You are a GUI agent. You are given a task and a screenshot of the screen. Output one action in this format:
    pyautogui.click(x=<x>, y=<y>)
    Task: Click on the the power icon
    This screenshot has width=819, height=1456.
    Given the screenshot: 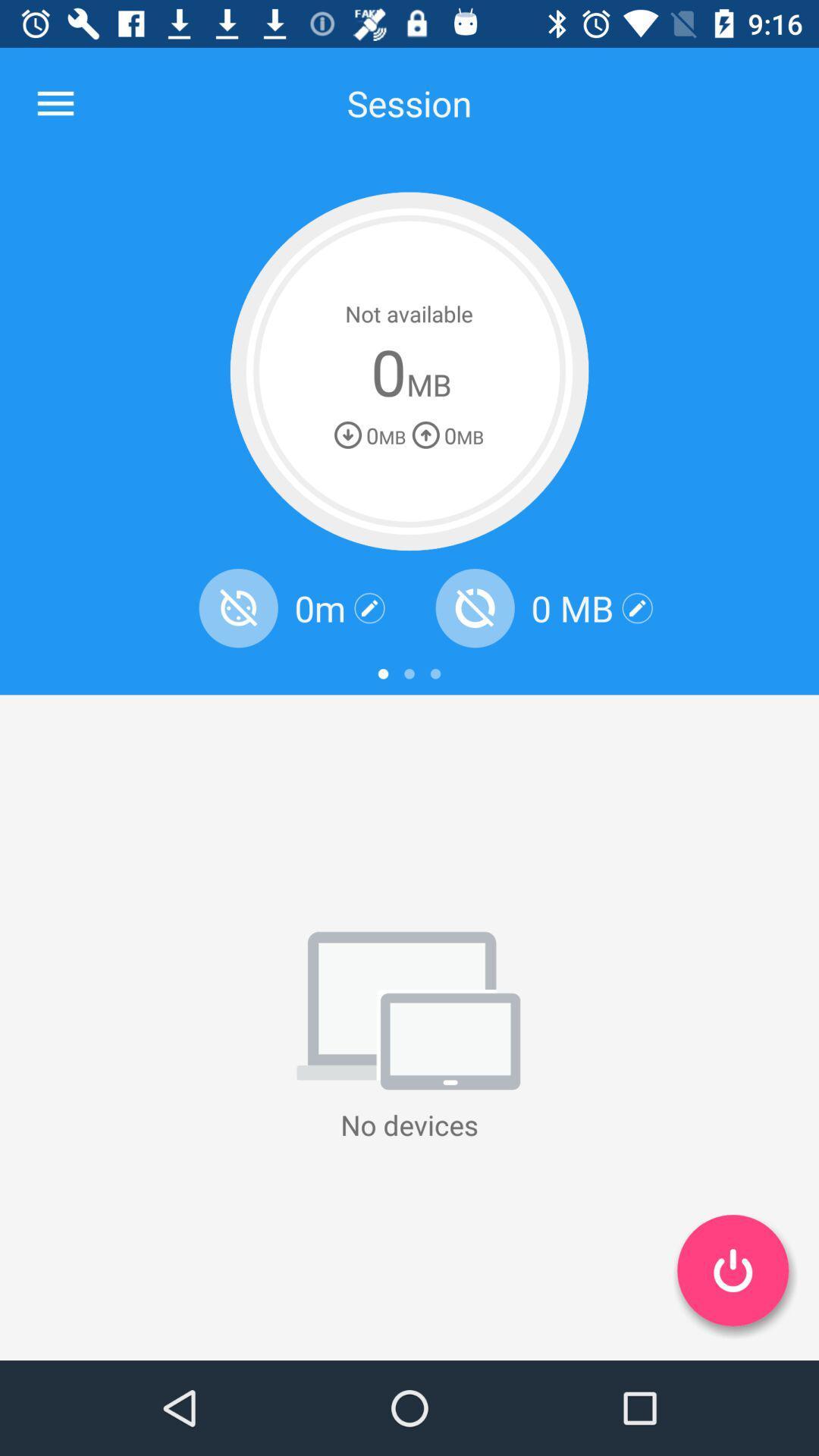 What is the action you would take?
    pyautogui.click(x=732, y=1270)
    